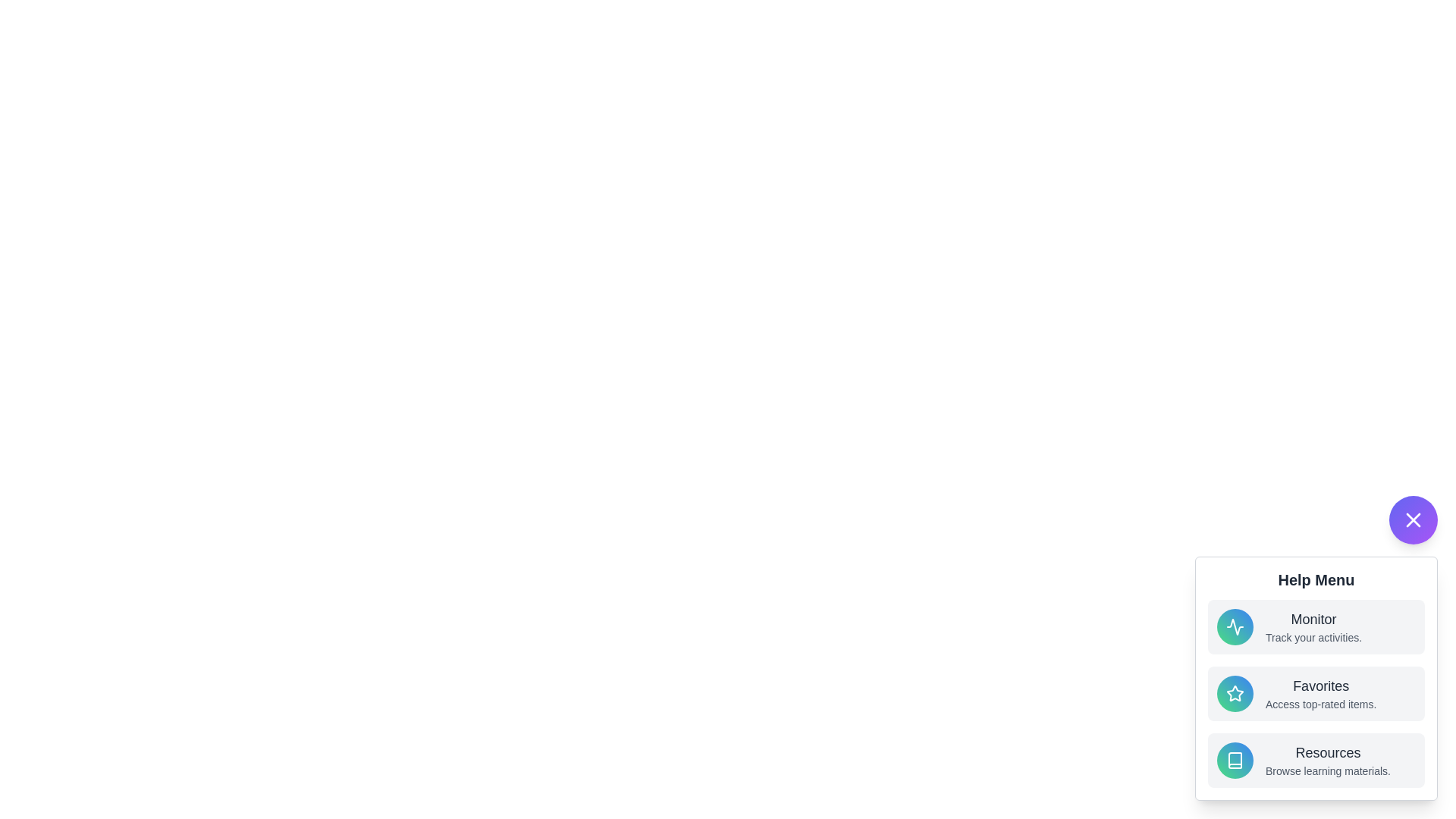 Image resolution: width=1456 pixels, height=819 pixels. I want to click on the help option Favorites by clicking on it, so click(1316, 693).